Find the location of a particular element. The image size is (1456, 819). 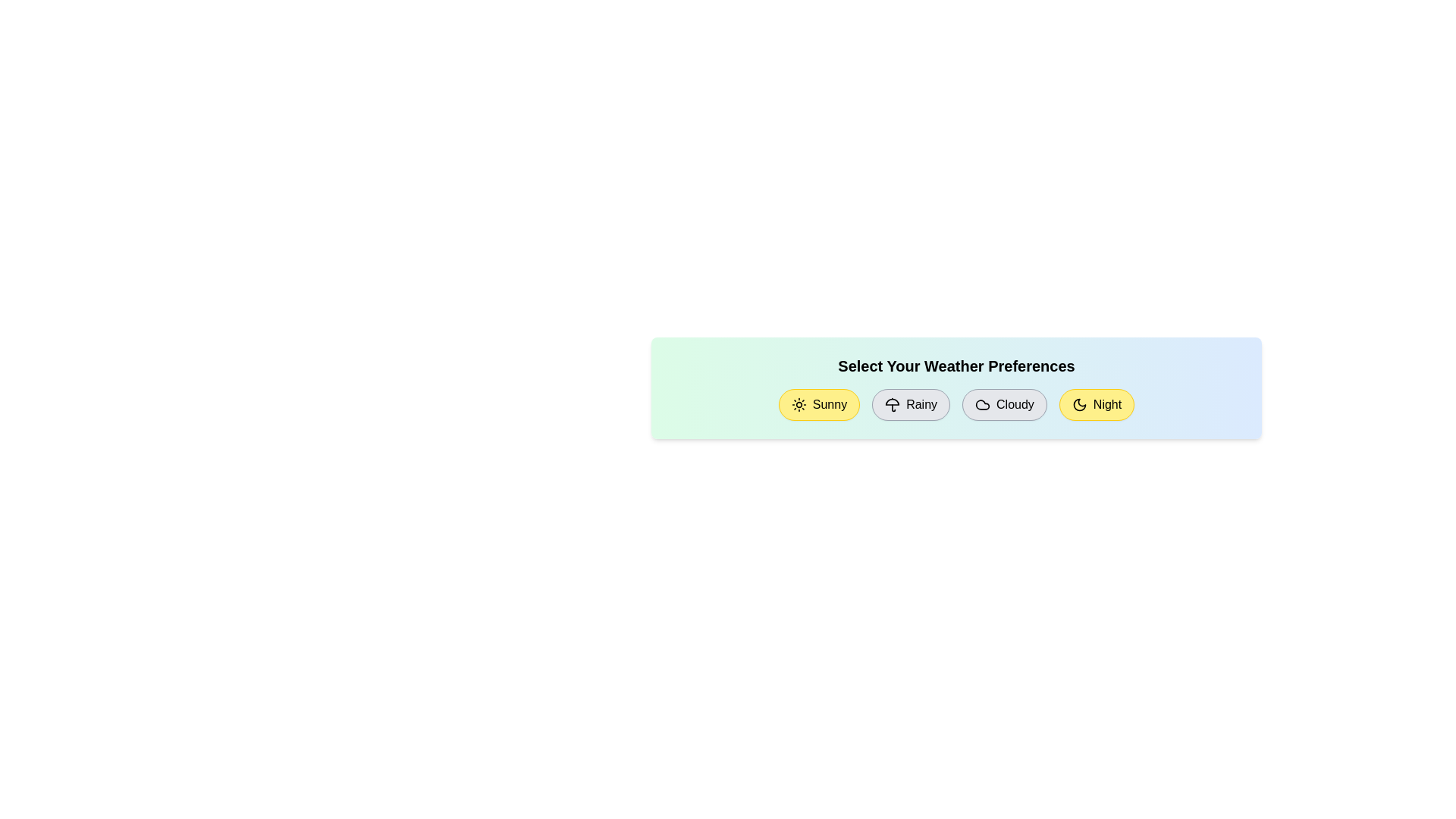

the weather chip labeled Cloudy to observe its hover effect is located at coordinates (1004, 403).